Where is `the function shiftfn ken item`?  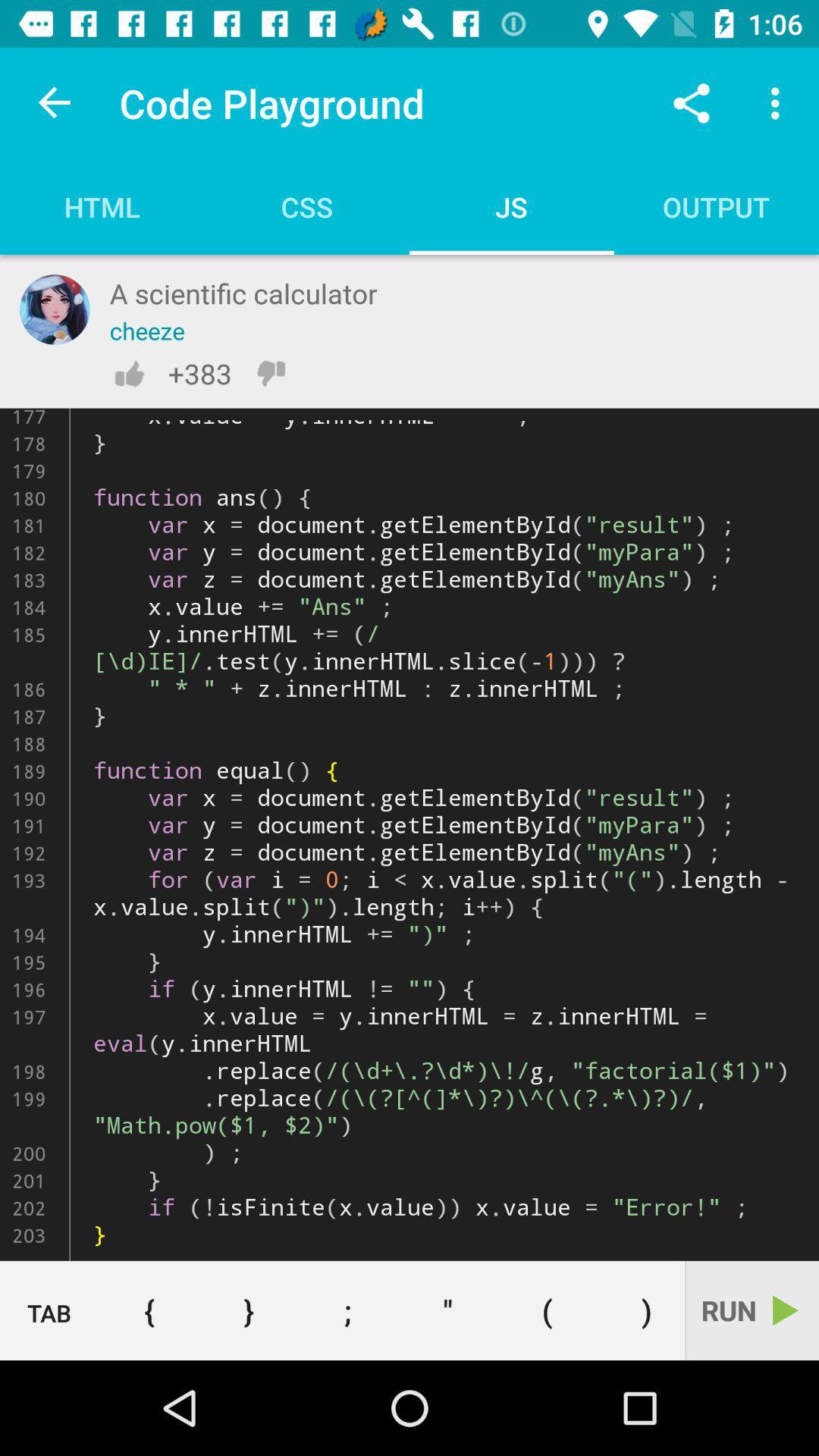
the function shiftfn ken item is located at coordinates (409, 833).